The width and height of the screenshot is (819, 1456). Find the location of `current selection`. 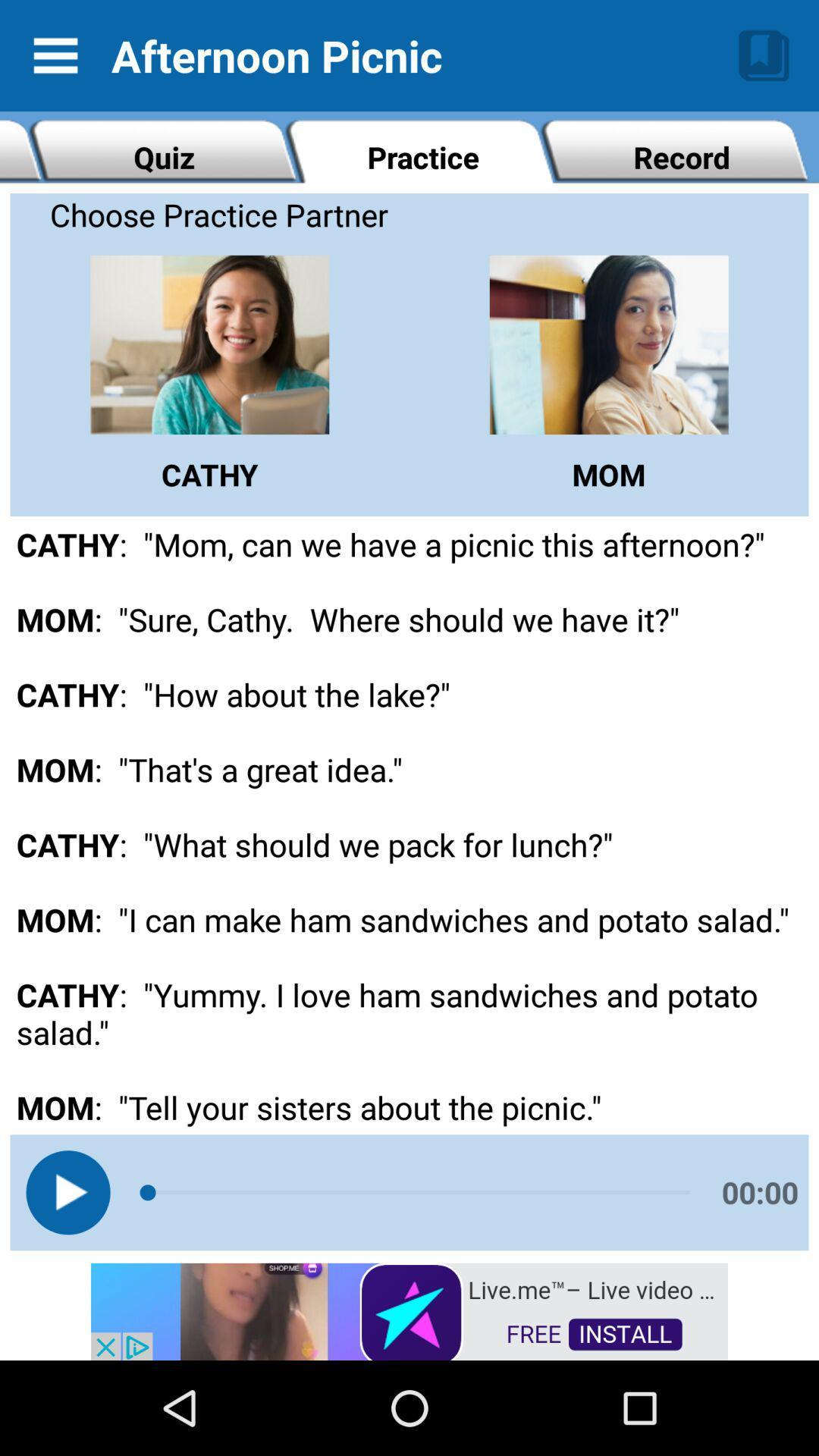

current selection is located at coordinates (67, 1191).